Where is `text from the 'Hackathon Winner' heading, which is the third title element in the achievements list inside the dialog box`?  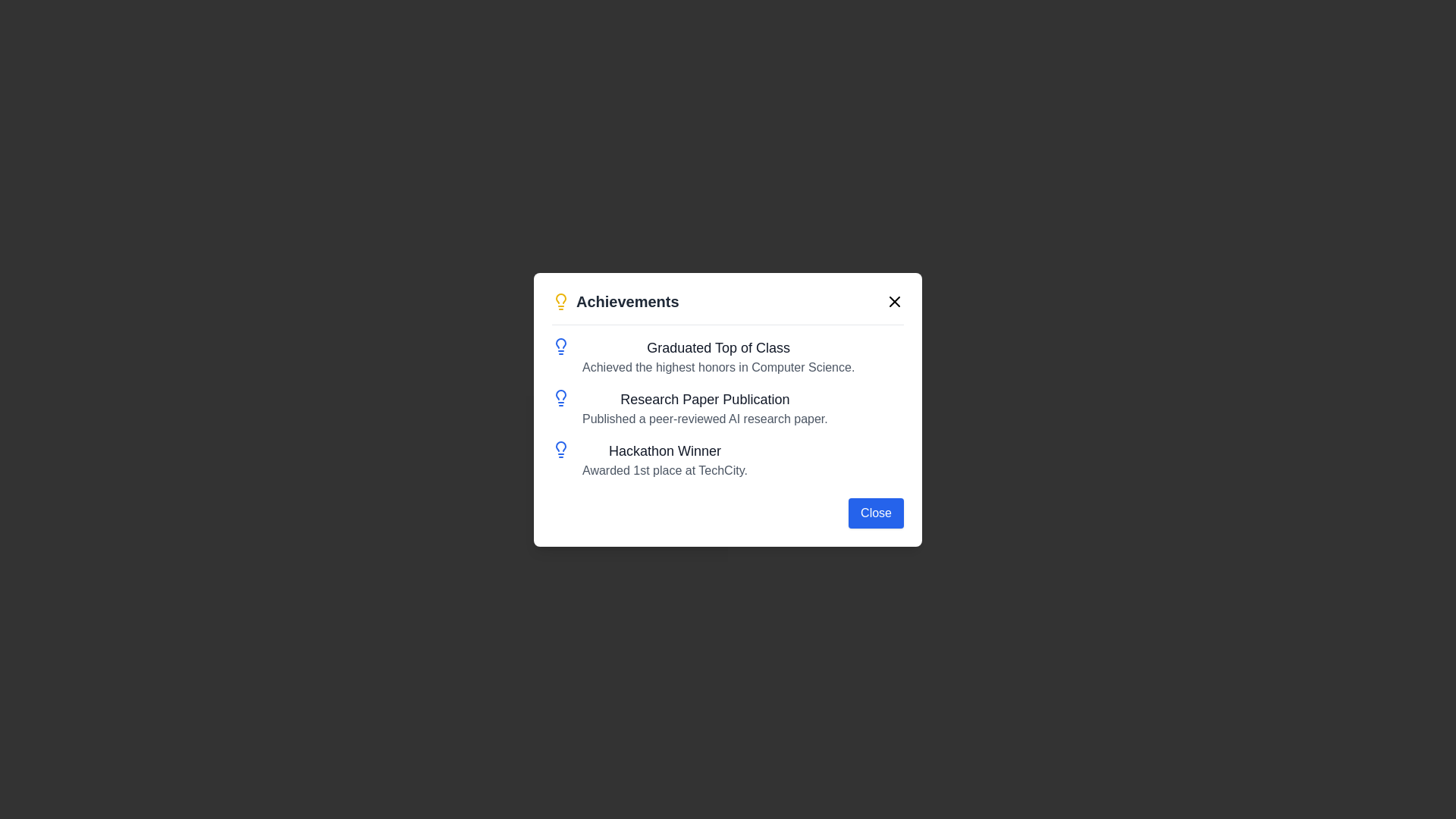 text from the 'Hackathon Winner' heading, which is the third title element in the achievements list inside the dialog box is located at coordinates (664, 450).